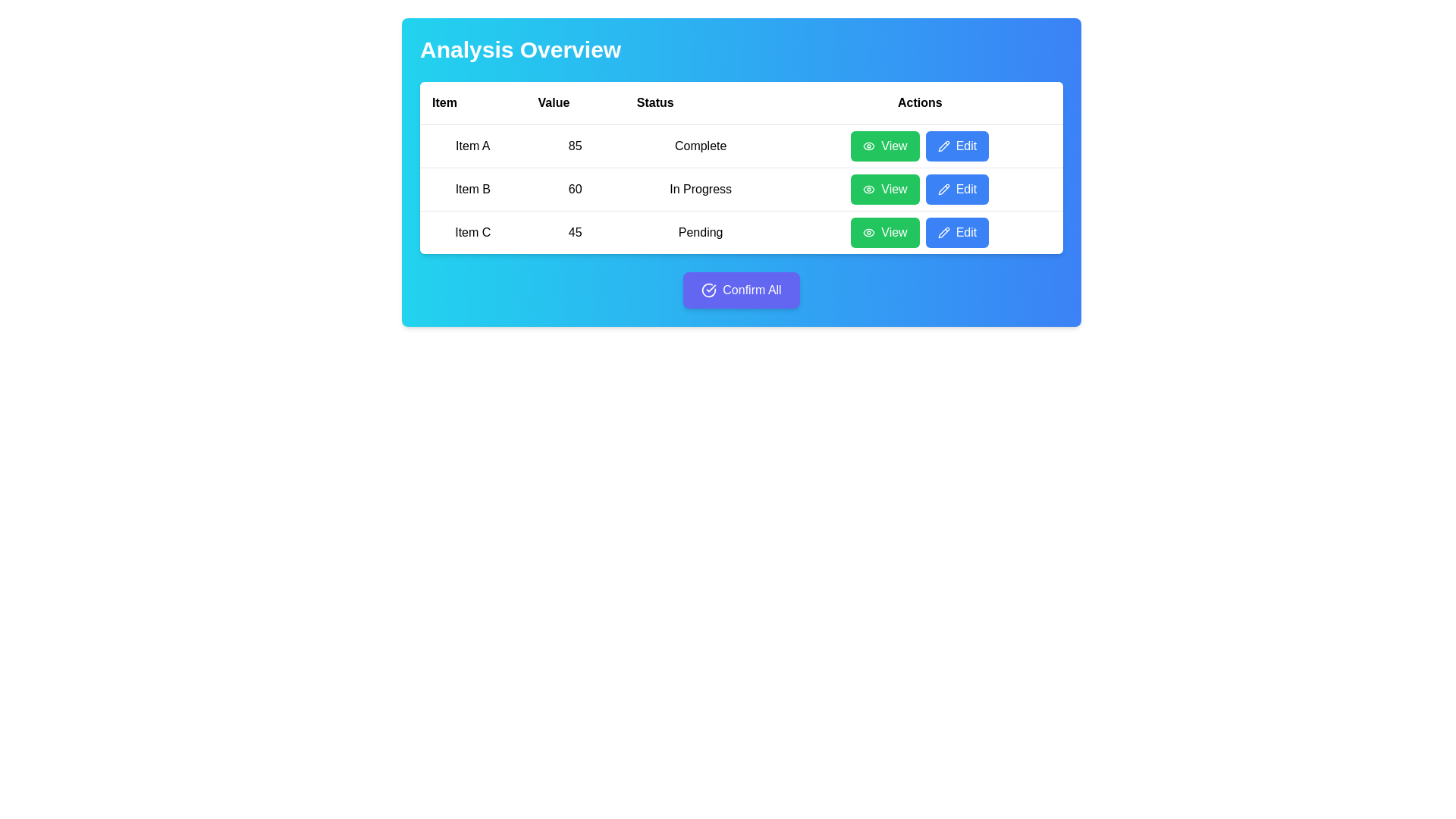 This screenshot has height=819, width=1456. Describe the element at coordinates (574, 146) in the screenshot. I see `the numeric value text label associated with 'Item A' in the table, located centrally in the 'Value' column` at that location.